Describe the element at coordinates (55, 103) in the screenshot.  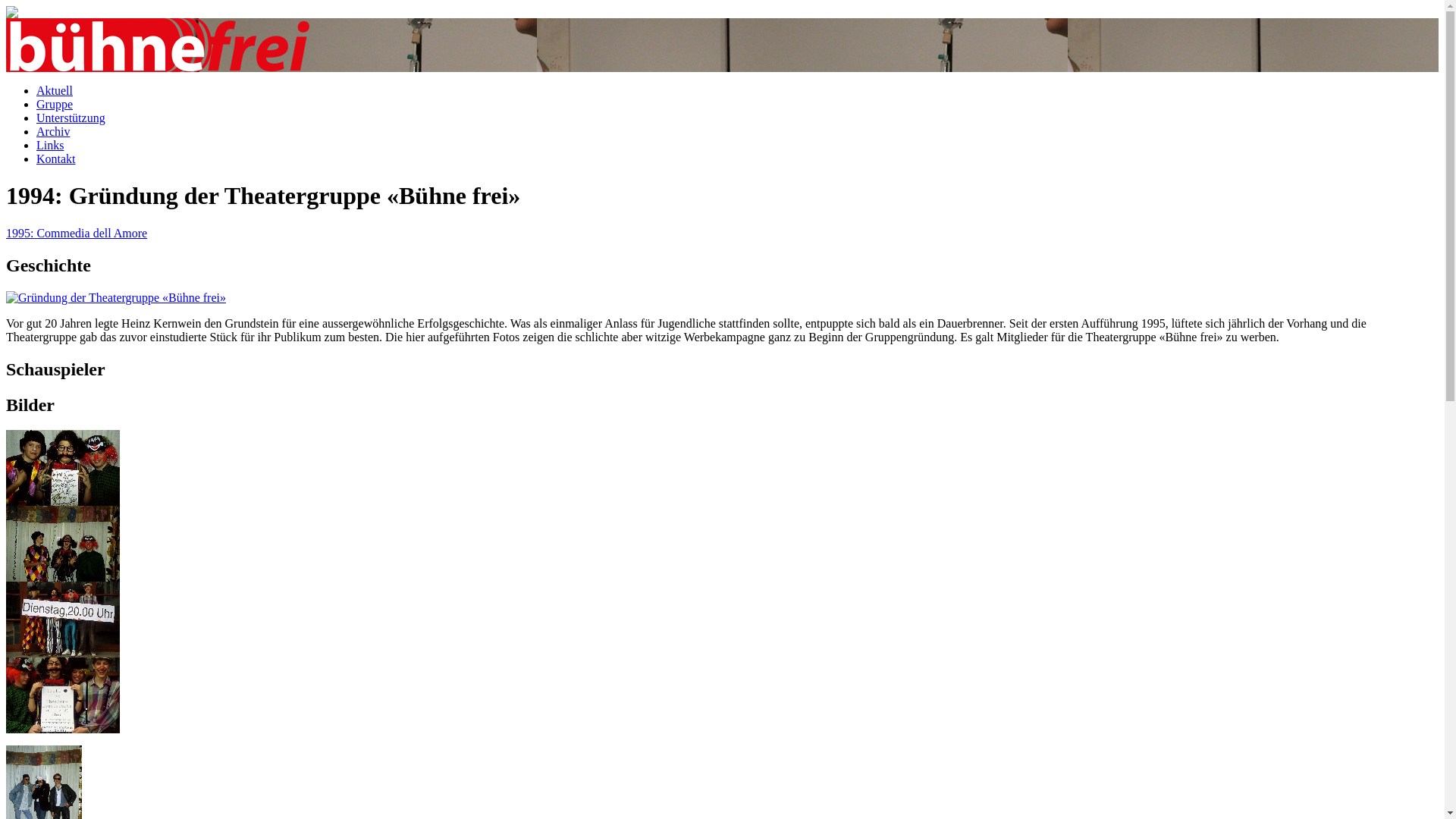
I see `'Gruppe'` at that location.